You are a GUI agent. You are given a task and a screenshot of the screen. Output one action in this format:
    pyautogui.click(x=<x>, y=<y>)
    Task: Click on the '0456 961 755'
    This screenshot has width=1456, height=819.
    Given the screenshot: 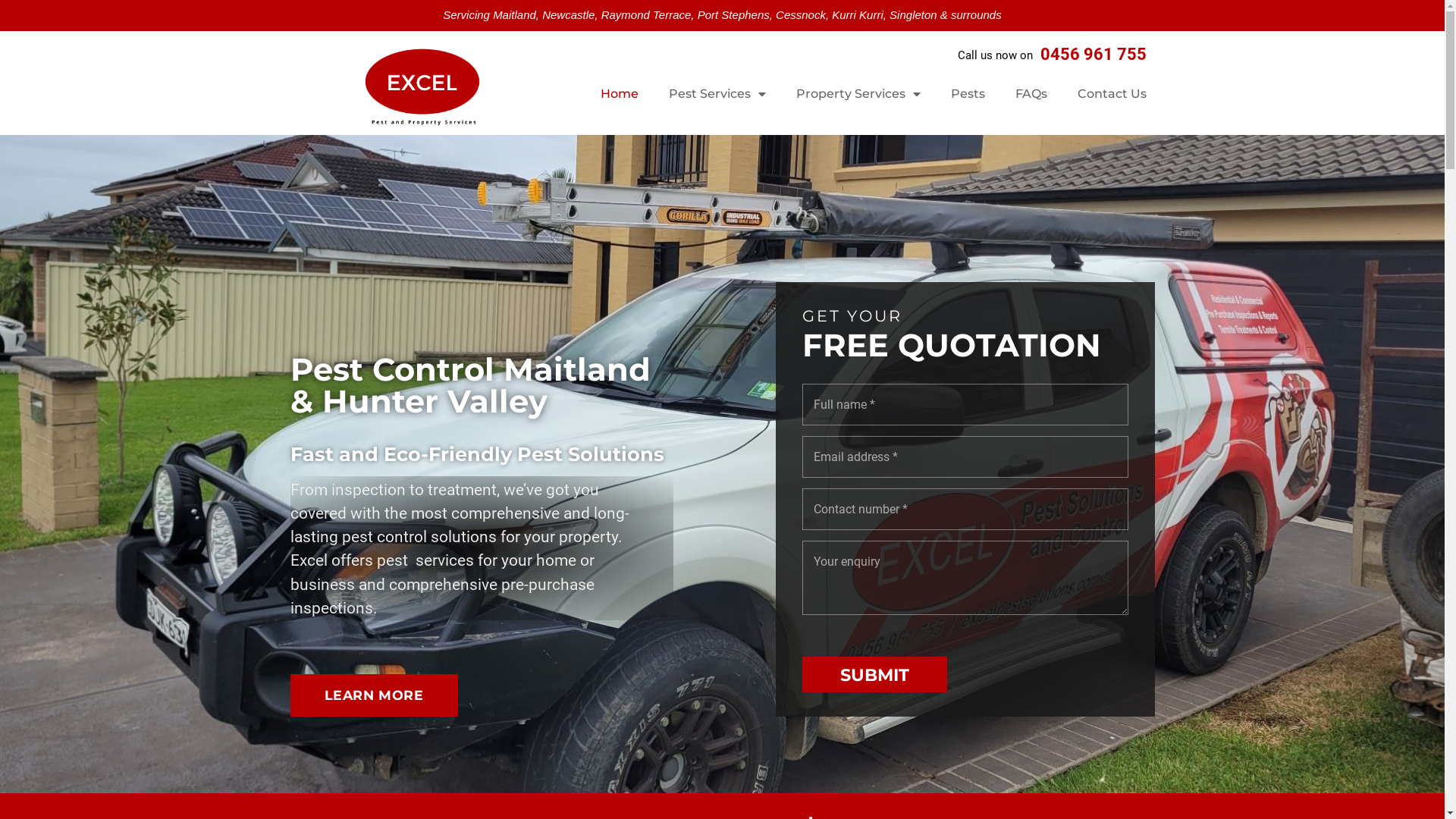 What is the action you would take?
    pyautogui.click(x=1040, y=54)
    